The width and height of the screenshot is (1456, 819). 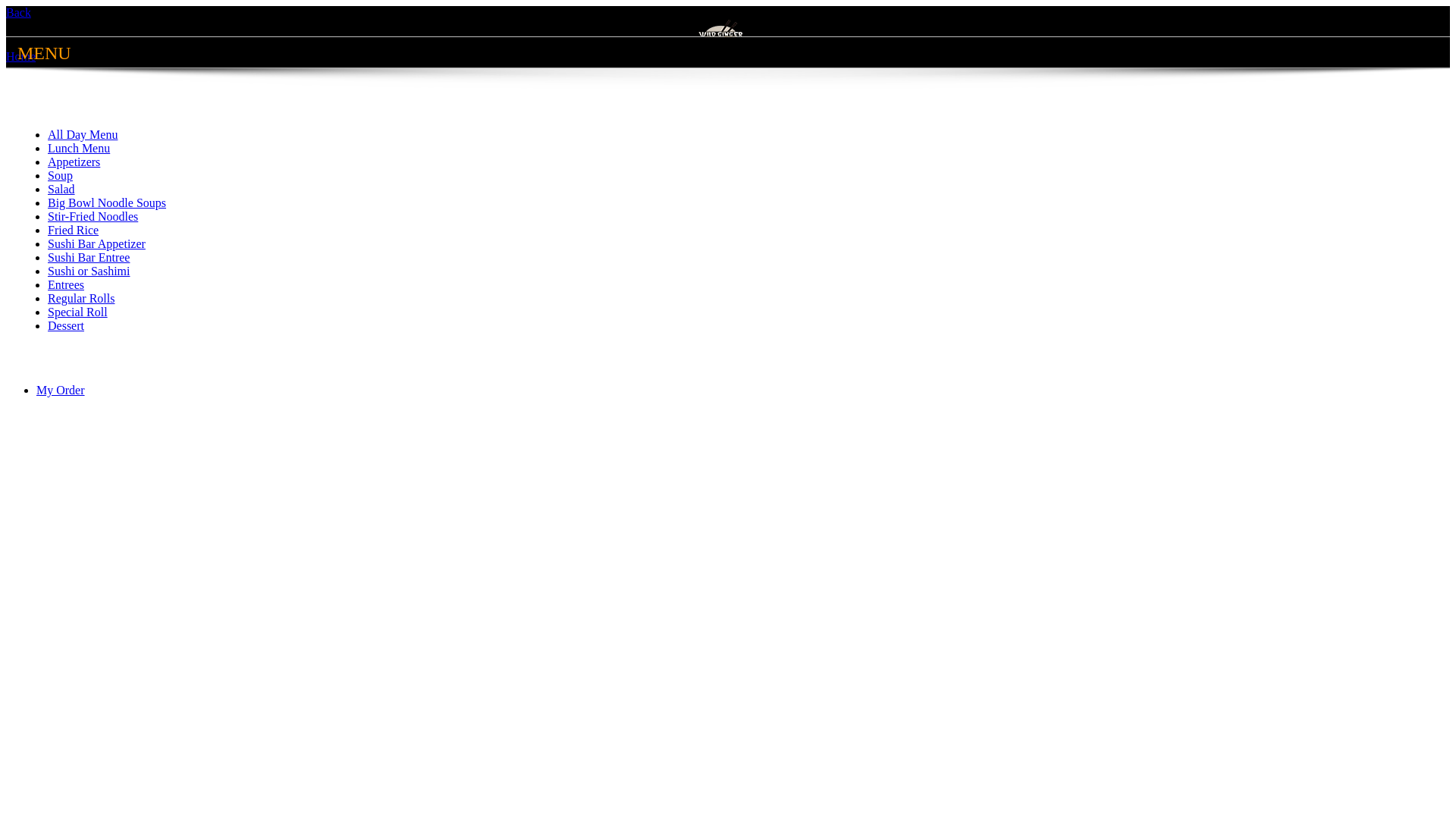 What do you see at coordinates (47, 174) in the screenshot?
I see `'Soup'` at bounding box center [47, 174].